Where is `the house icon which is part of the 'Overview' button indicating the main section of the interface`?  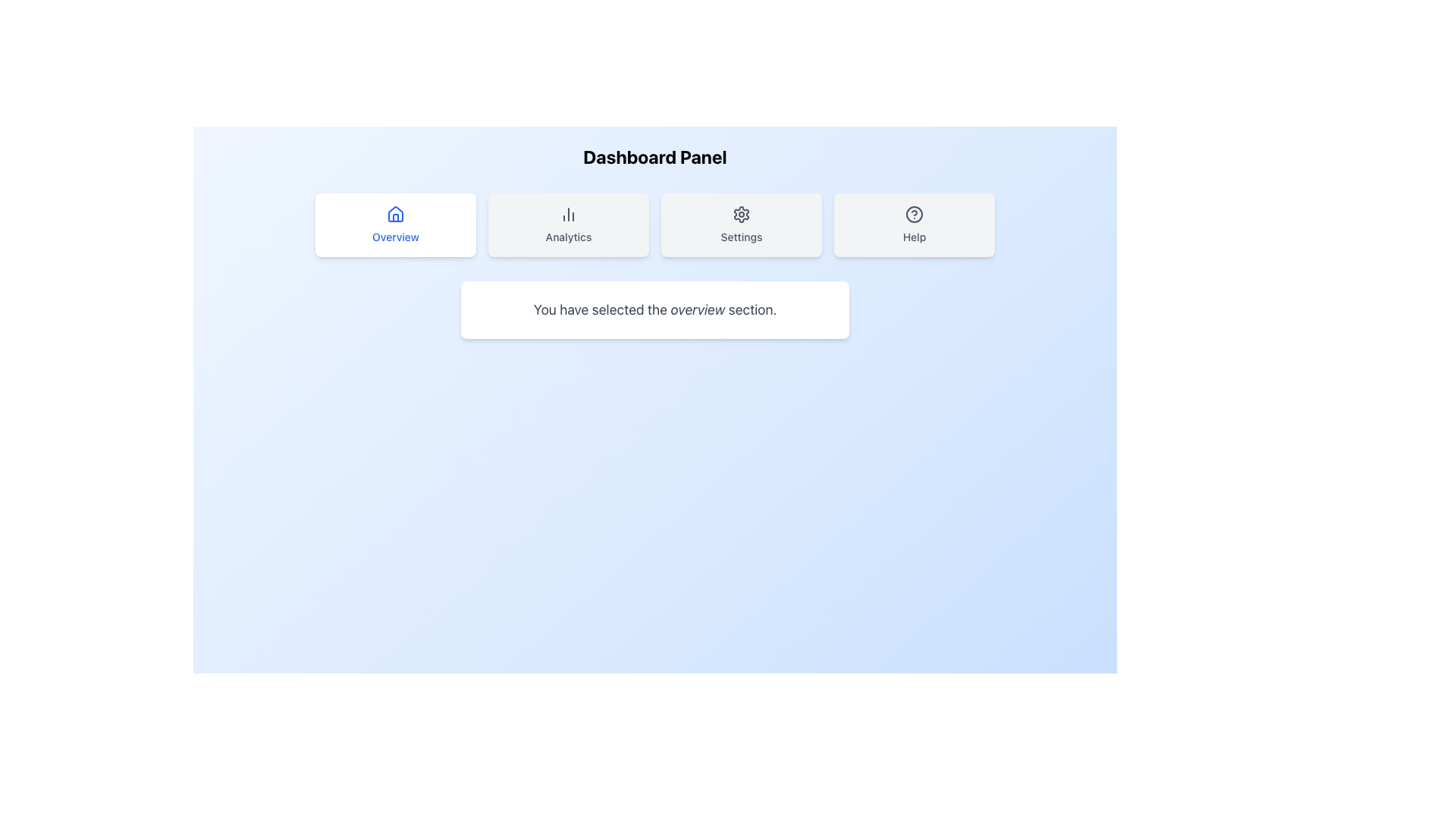
the house icon which is part of the 'Overview' button indicating the main section of the interface is located at coordinates (396, 213).